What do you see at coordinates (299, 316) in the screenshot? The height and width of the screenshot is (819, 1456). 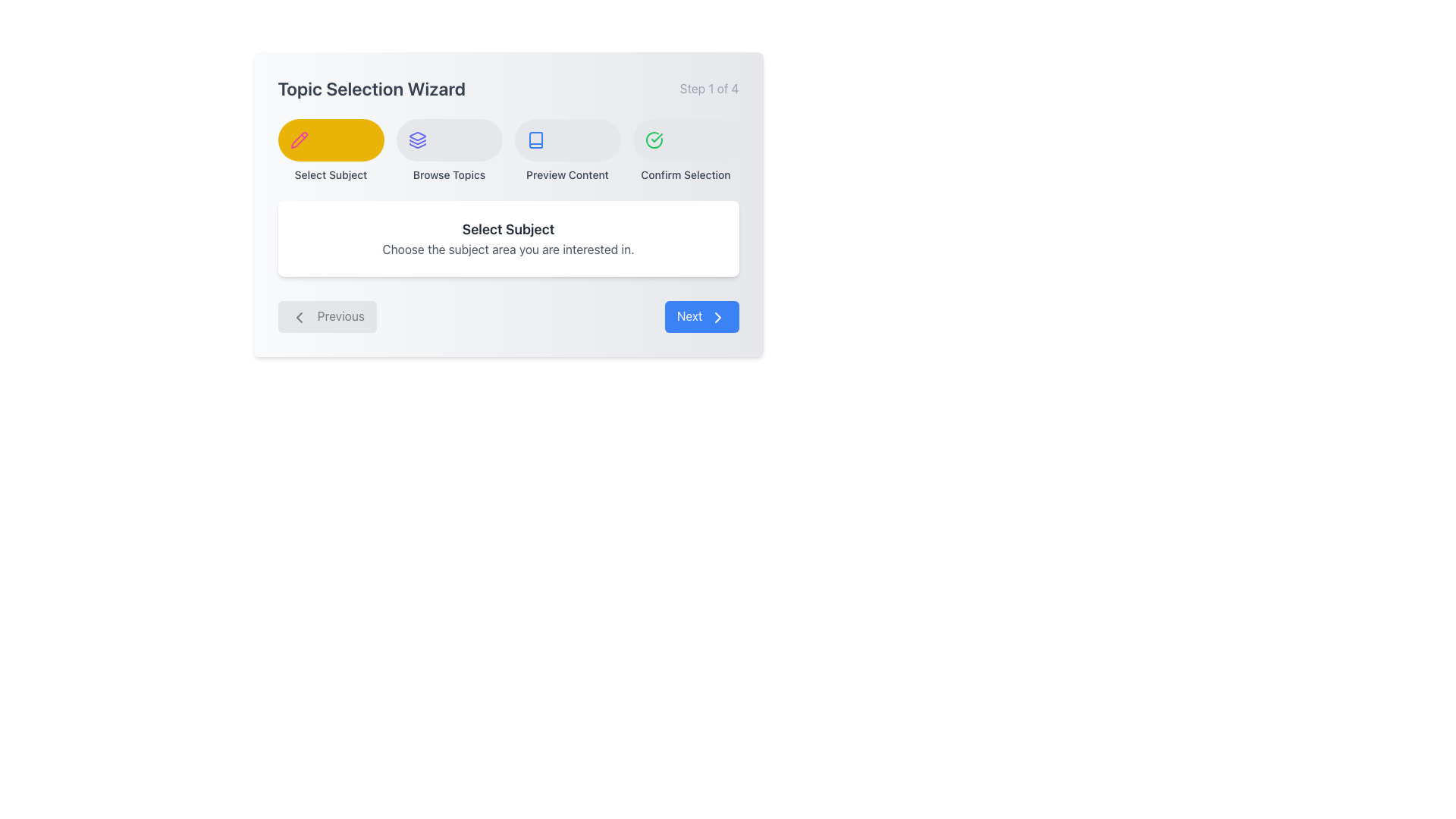 I see `the left-pointing chevron icon within the 'Previous' button located at the bottom-left of the main interface` at bounding box center [299, 316].